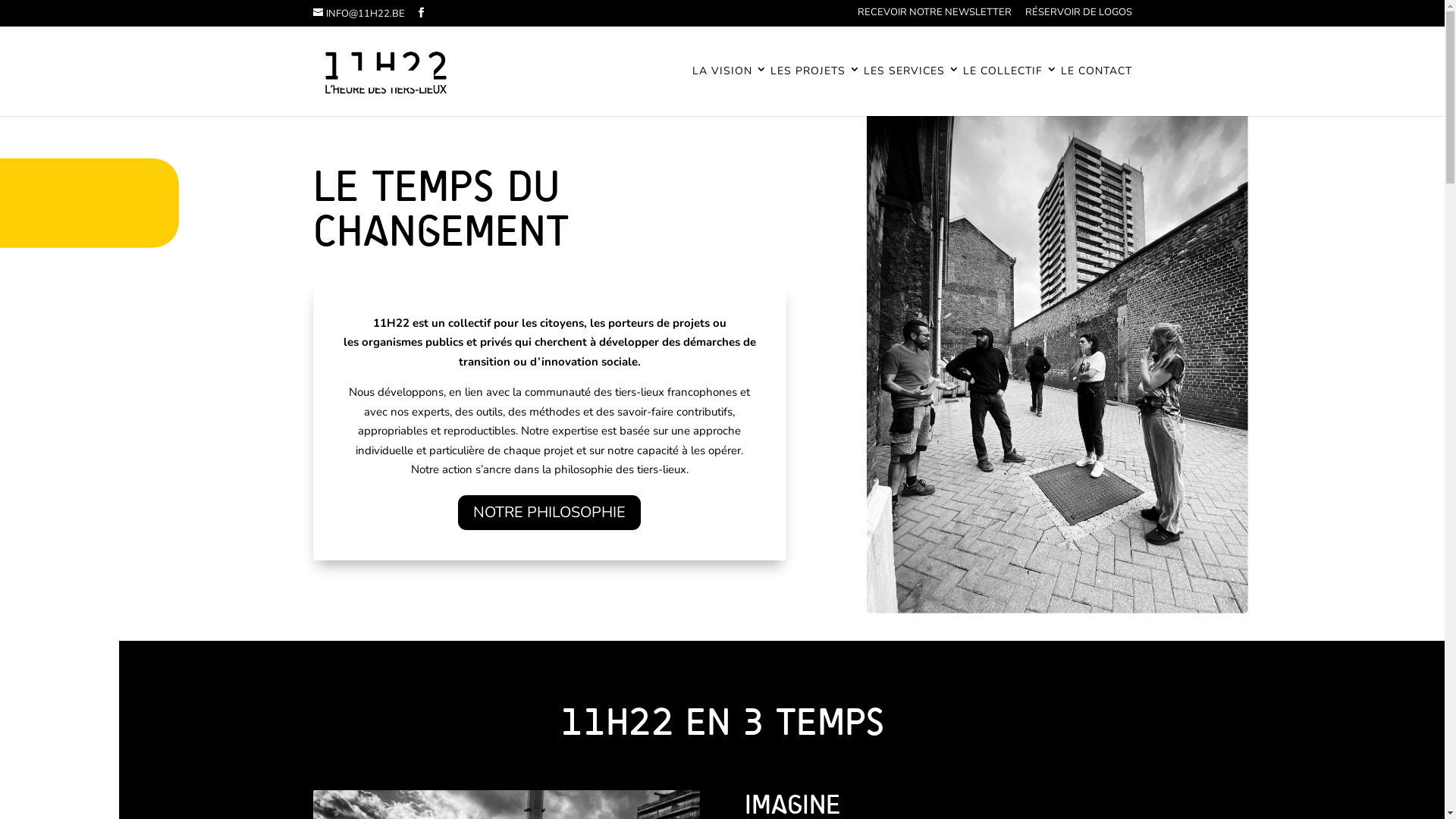 The image size is (1456, 819). I want to click on 'LE COLLECTIF', so click(1010, 90).